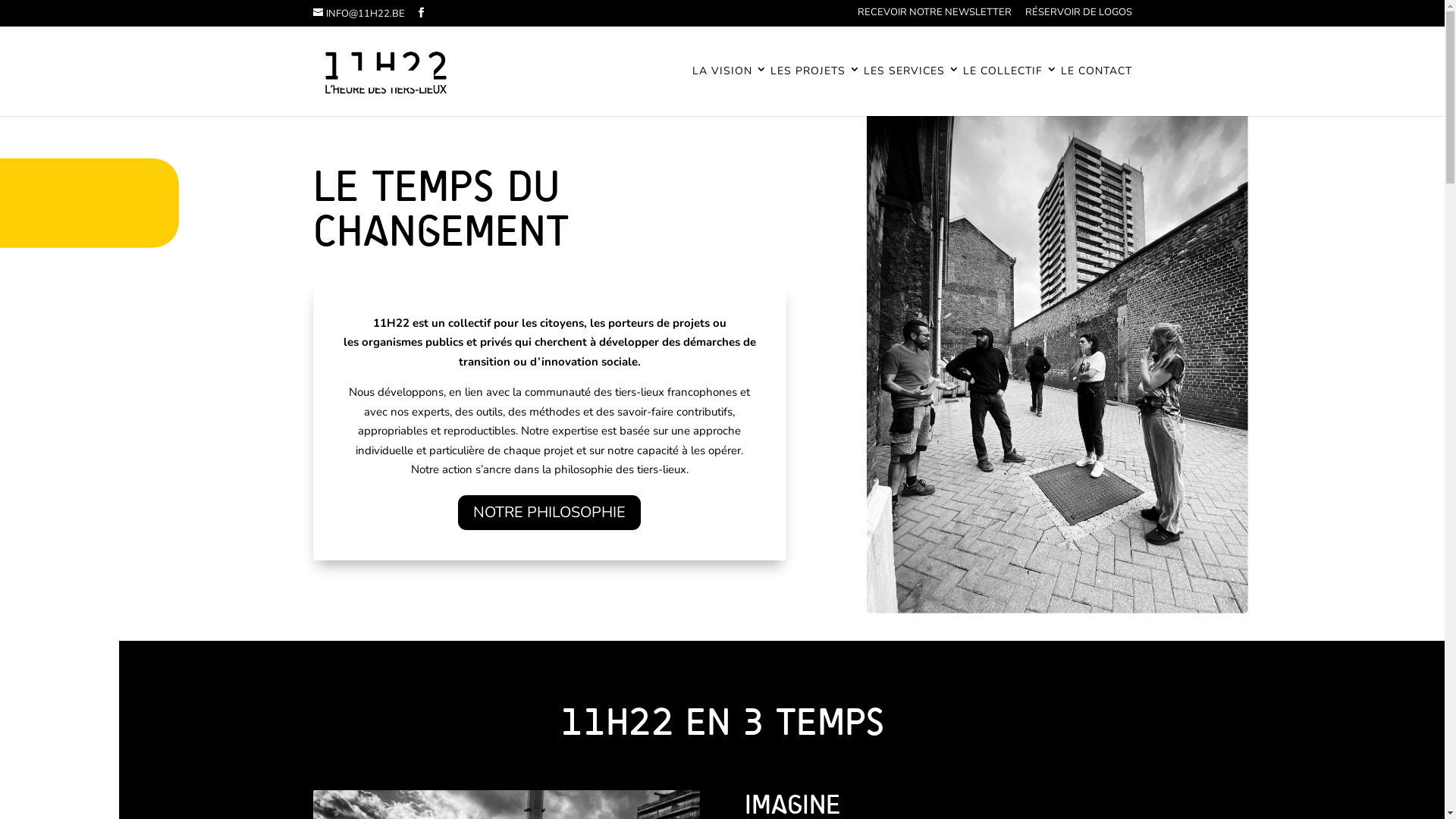 The image size is (1456, 819). I want to click on 'LE COLLECTIF', so click(1010, 90).